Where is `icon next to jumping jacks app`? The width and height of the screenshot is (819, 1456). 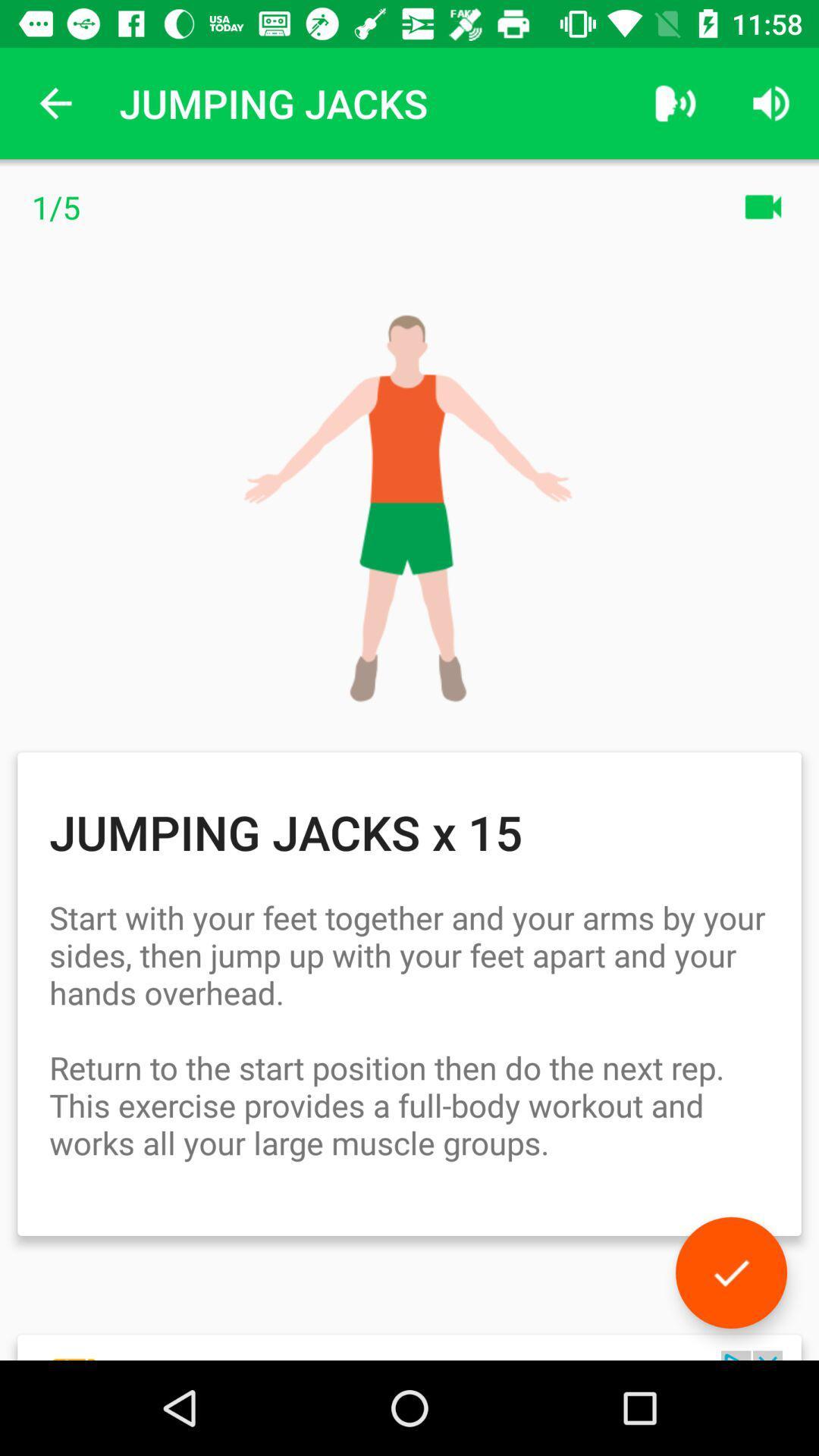 icon next to jumping jacks app is located at coordinates (55, 102).